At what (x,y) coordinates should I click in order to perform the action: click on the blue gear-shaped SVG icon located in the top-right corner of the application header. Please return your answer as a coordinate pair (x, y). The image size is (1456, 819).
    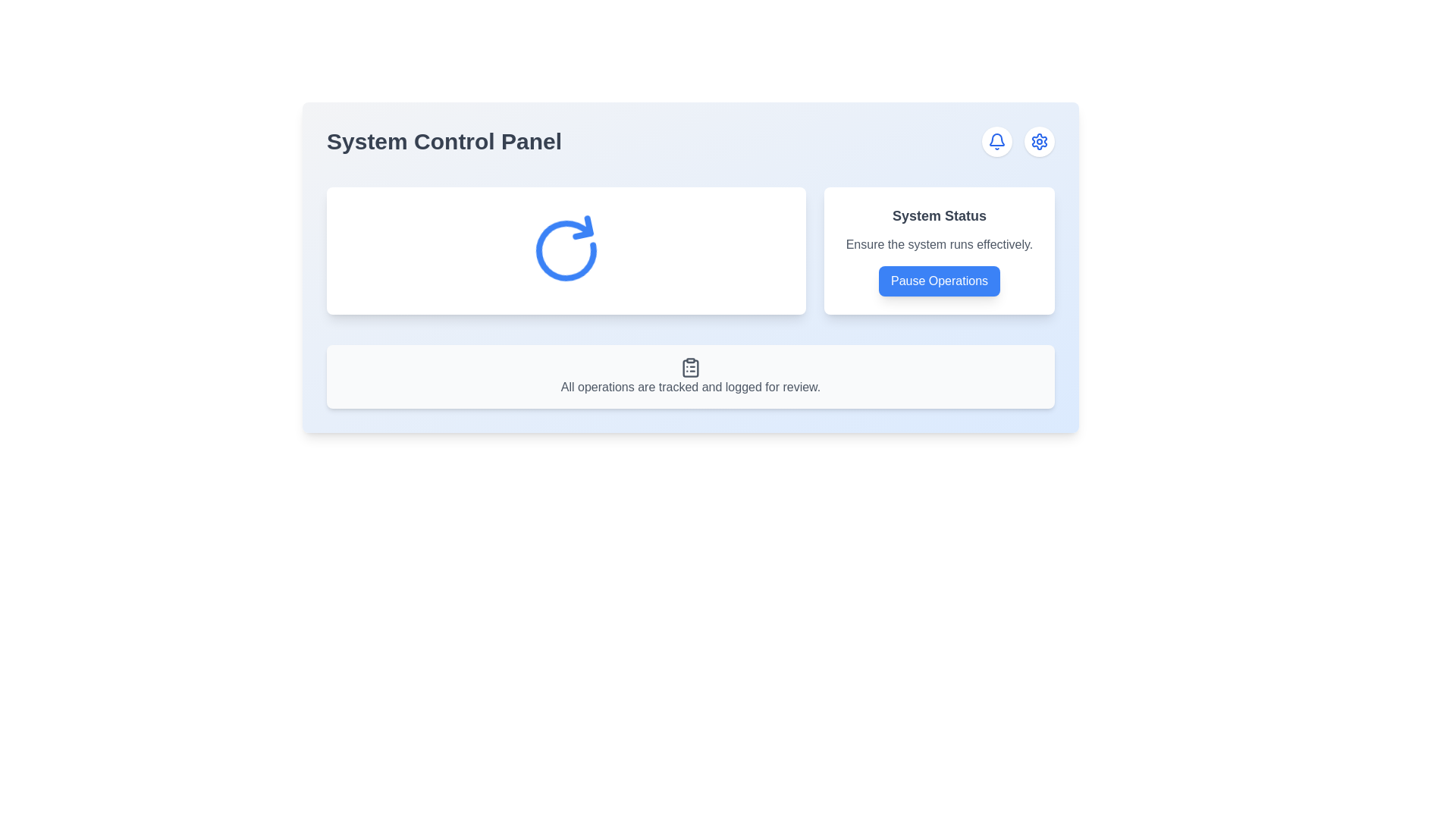
    Looking at the image, I should click on (1039, 141).